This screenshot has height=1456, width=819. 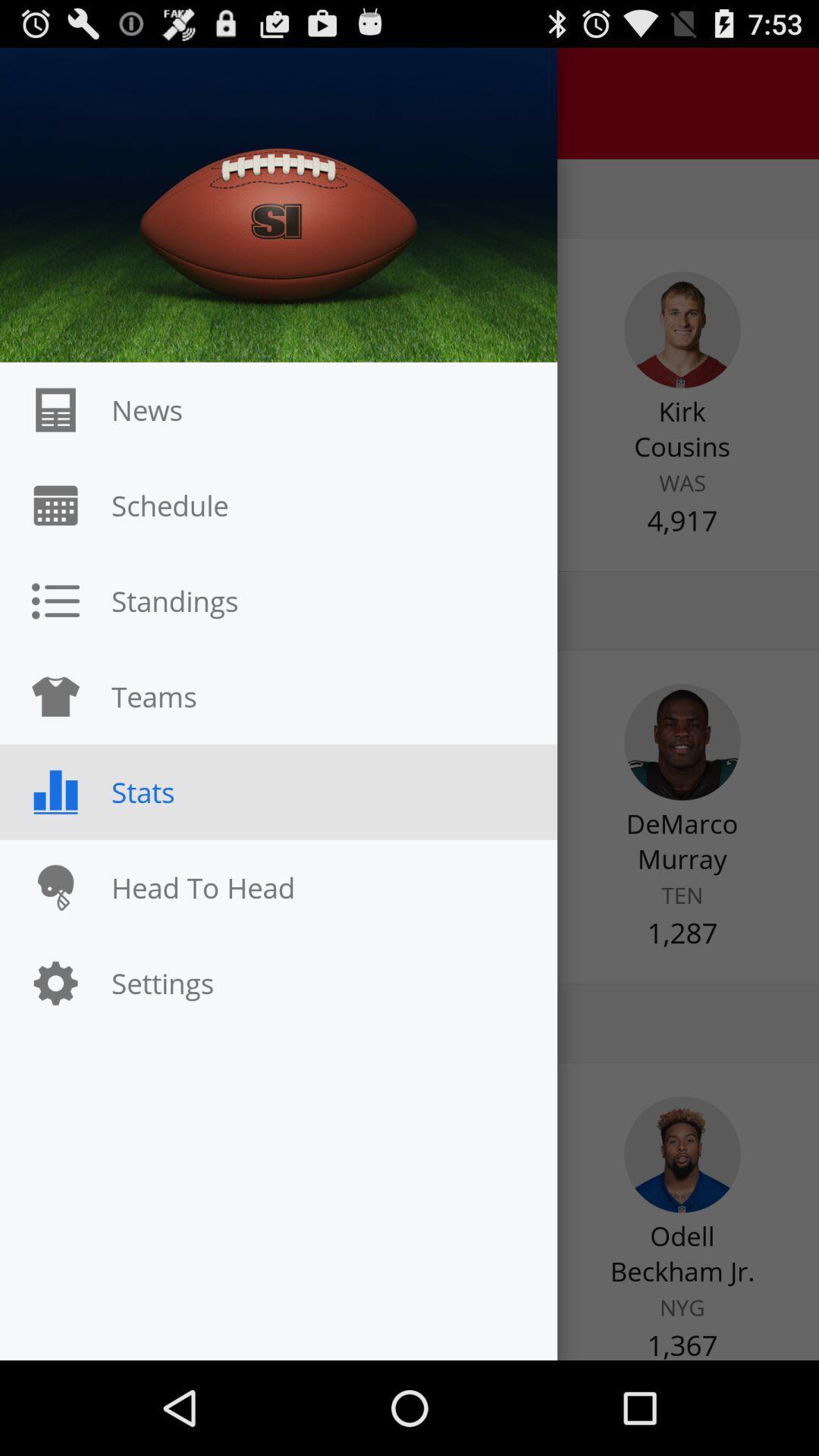 I want to click on the avatar icon, so click(x=681, y=793).